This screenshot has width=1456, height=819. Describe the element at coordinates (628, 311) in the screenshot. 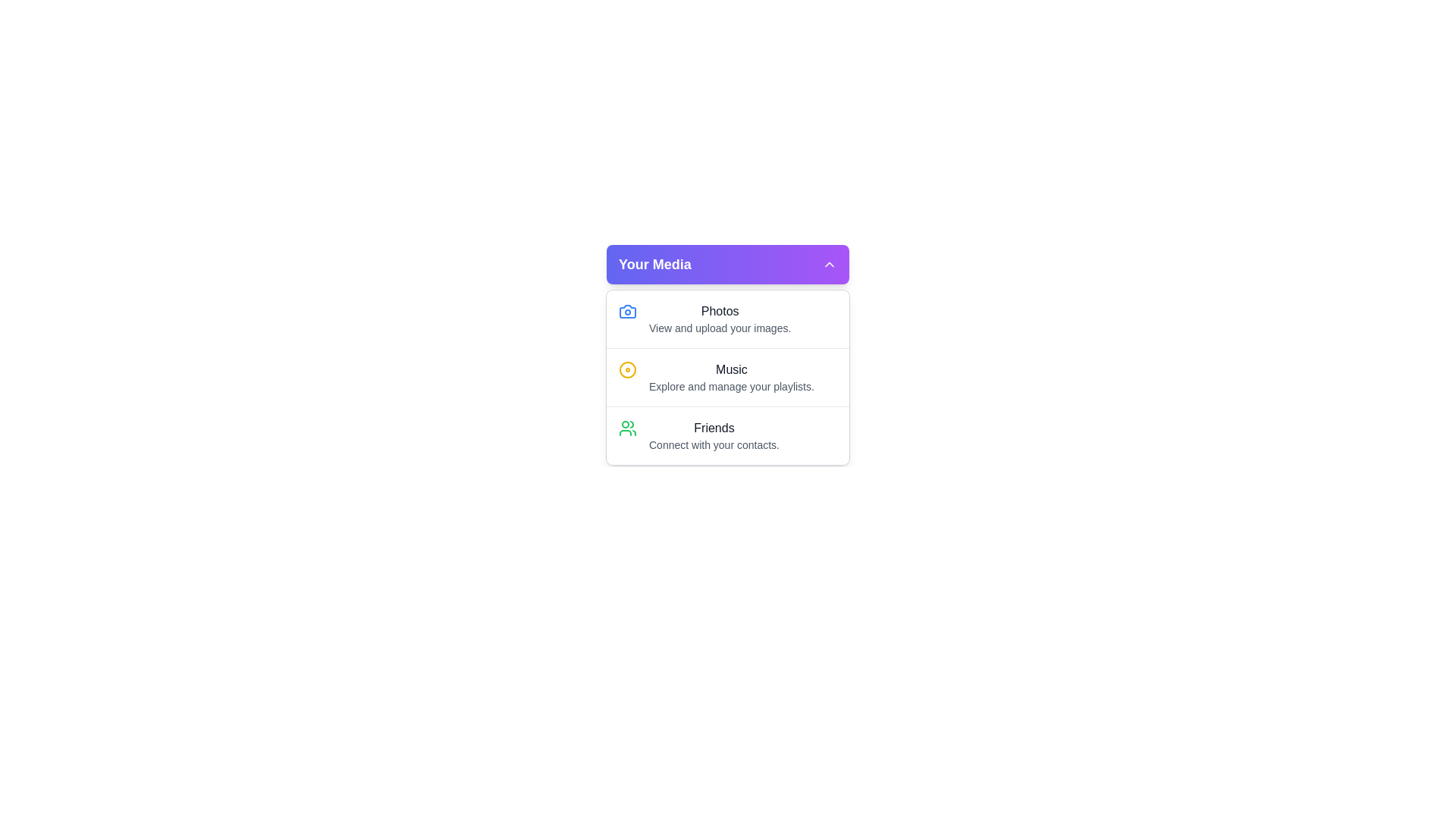

I see `the stylized blue camera icon located in the first section of the 'Your Media' list, adjacent to the 'Photos' label` at that location.